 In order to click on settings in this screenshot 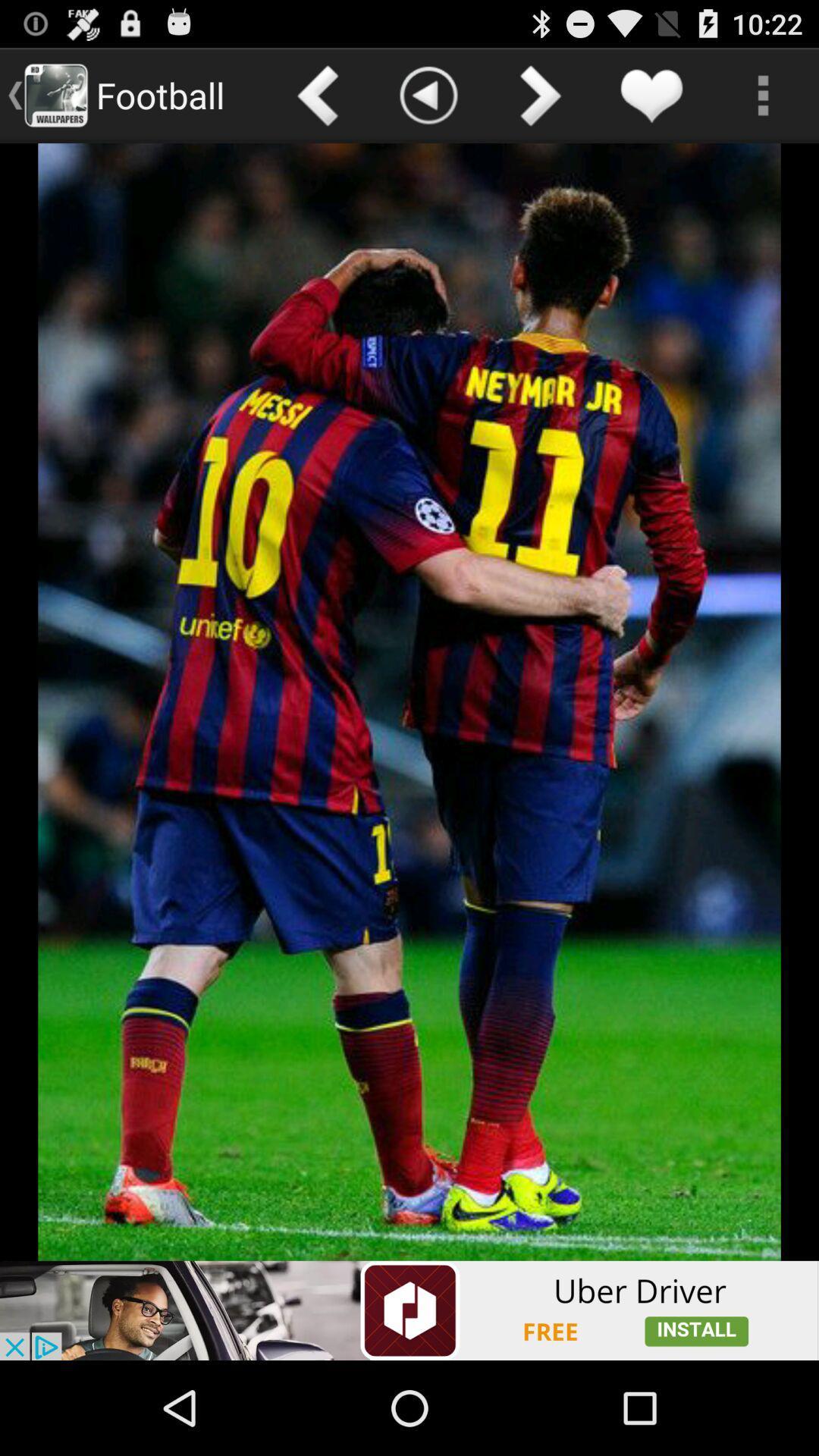, I will do `click(763, 94)`.